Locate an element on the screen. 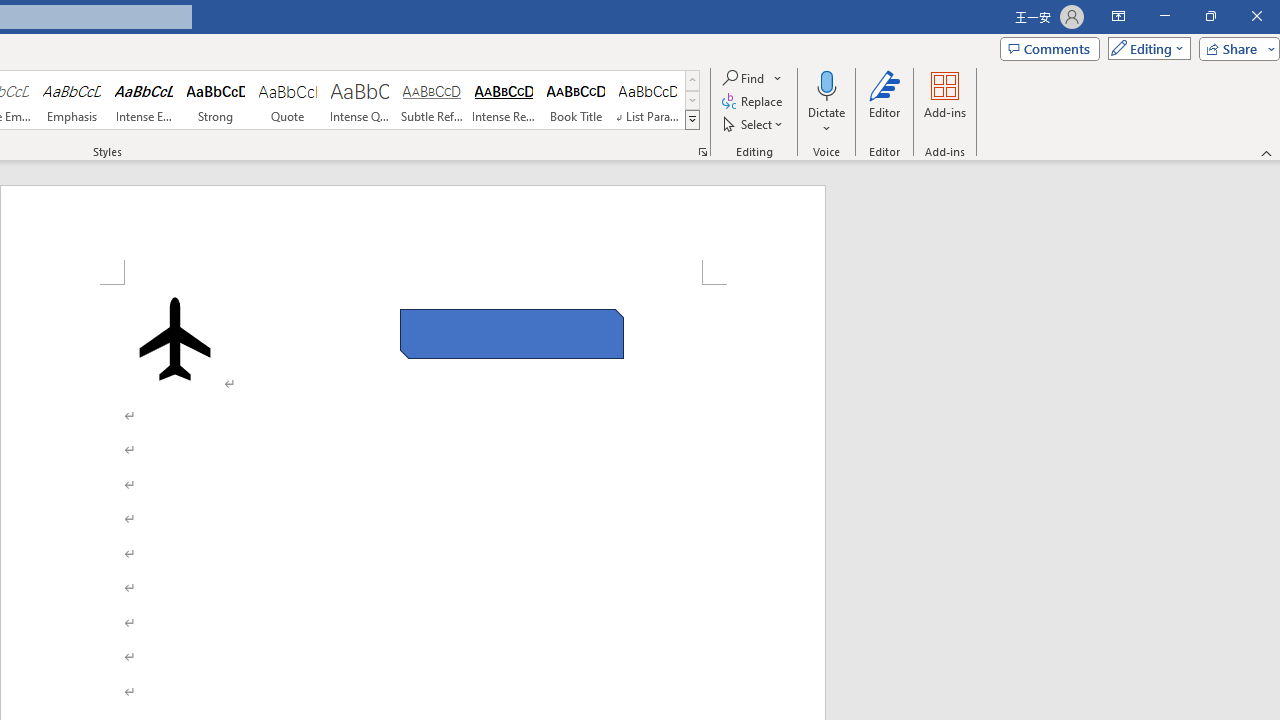 The image size is (1280, 720). 'Intense Quote' is located at coordinates (359, 100).